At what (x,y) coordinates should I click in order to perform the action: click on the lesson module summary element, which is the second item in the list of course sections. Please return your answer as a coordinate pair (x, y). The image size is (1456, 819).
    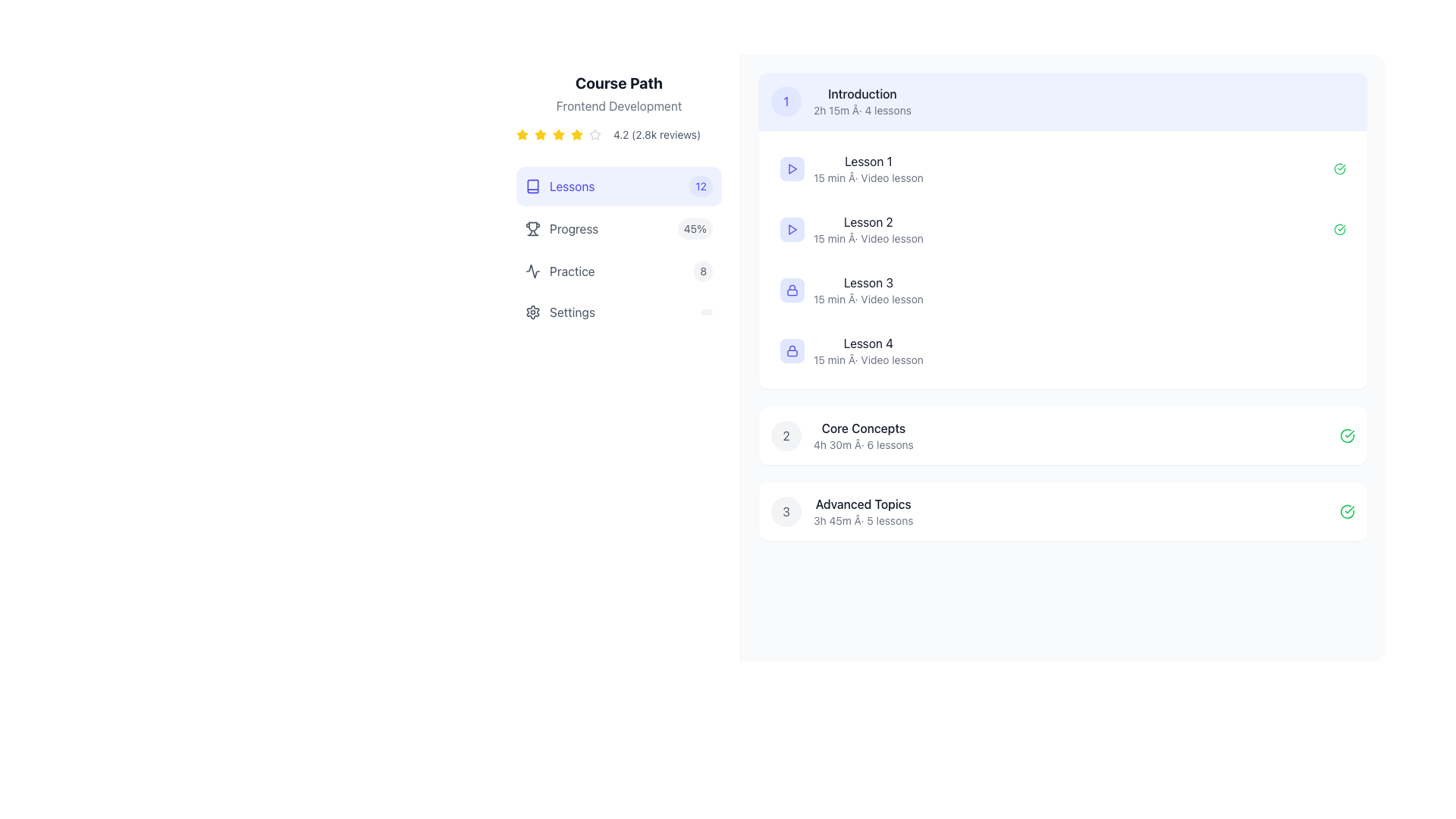
    Looking at the image, I should click on (841, 435).